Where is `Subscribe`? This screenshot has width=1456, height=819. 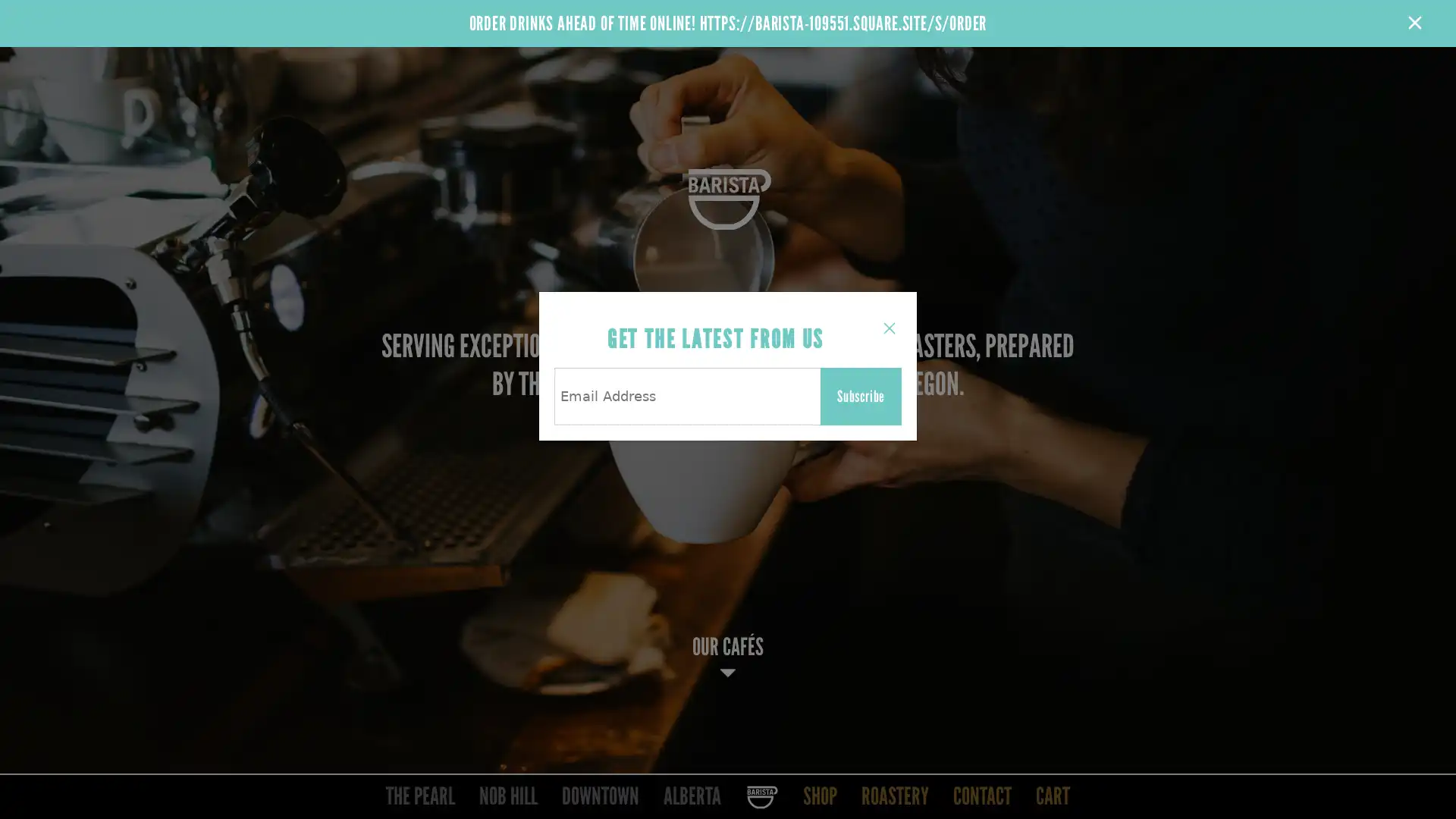
Subscribe is located at coordinates (861, 396).